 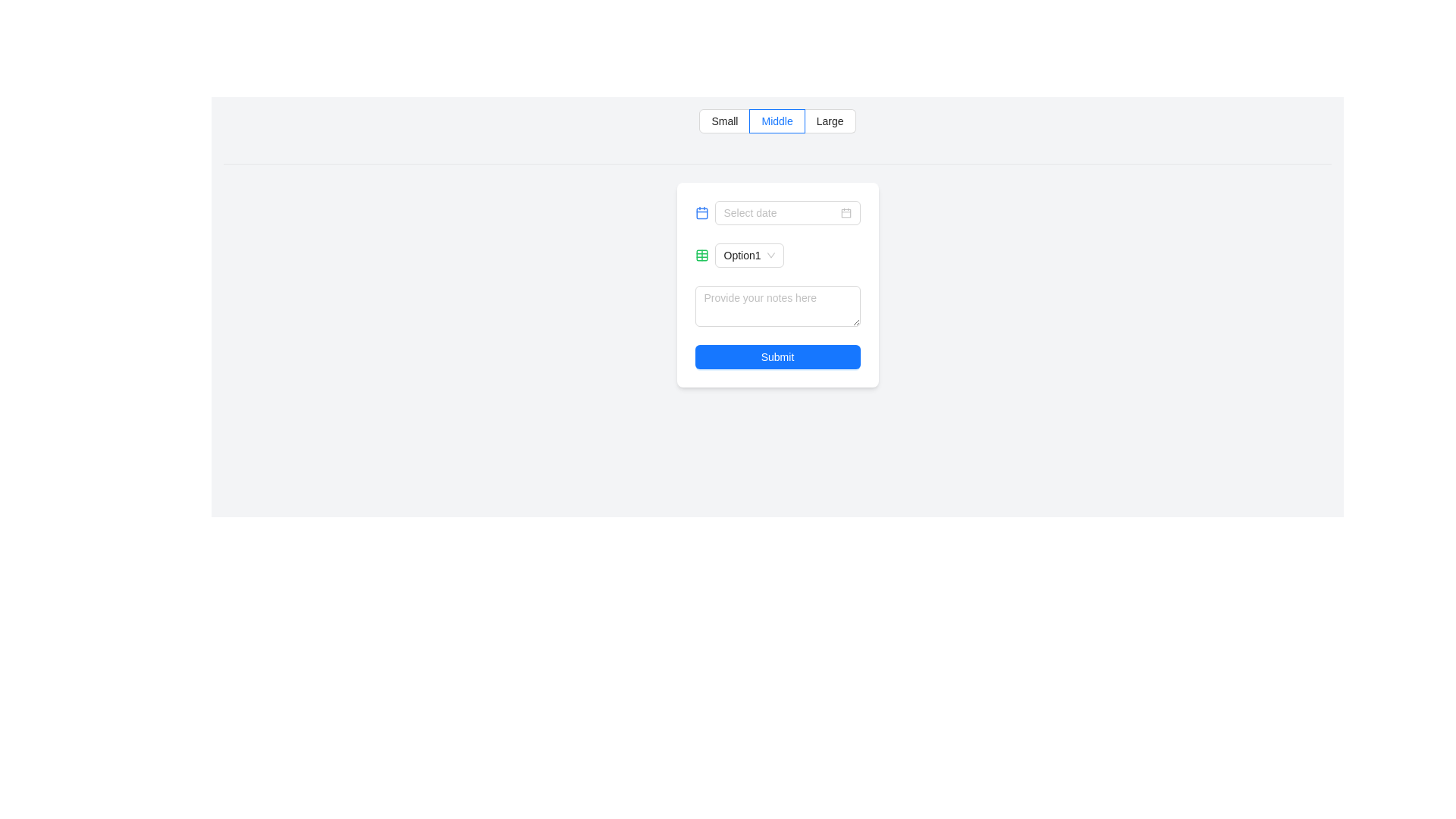 I want to click on the primary action button at the bottom of the form, so click(x=777, y=356).